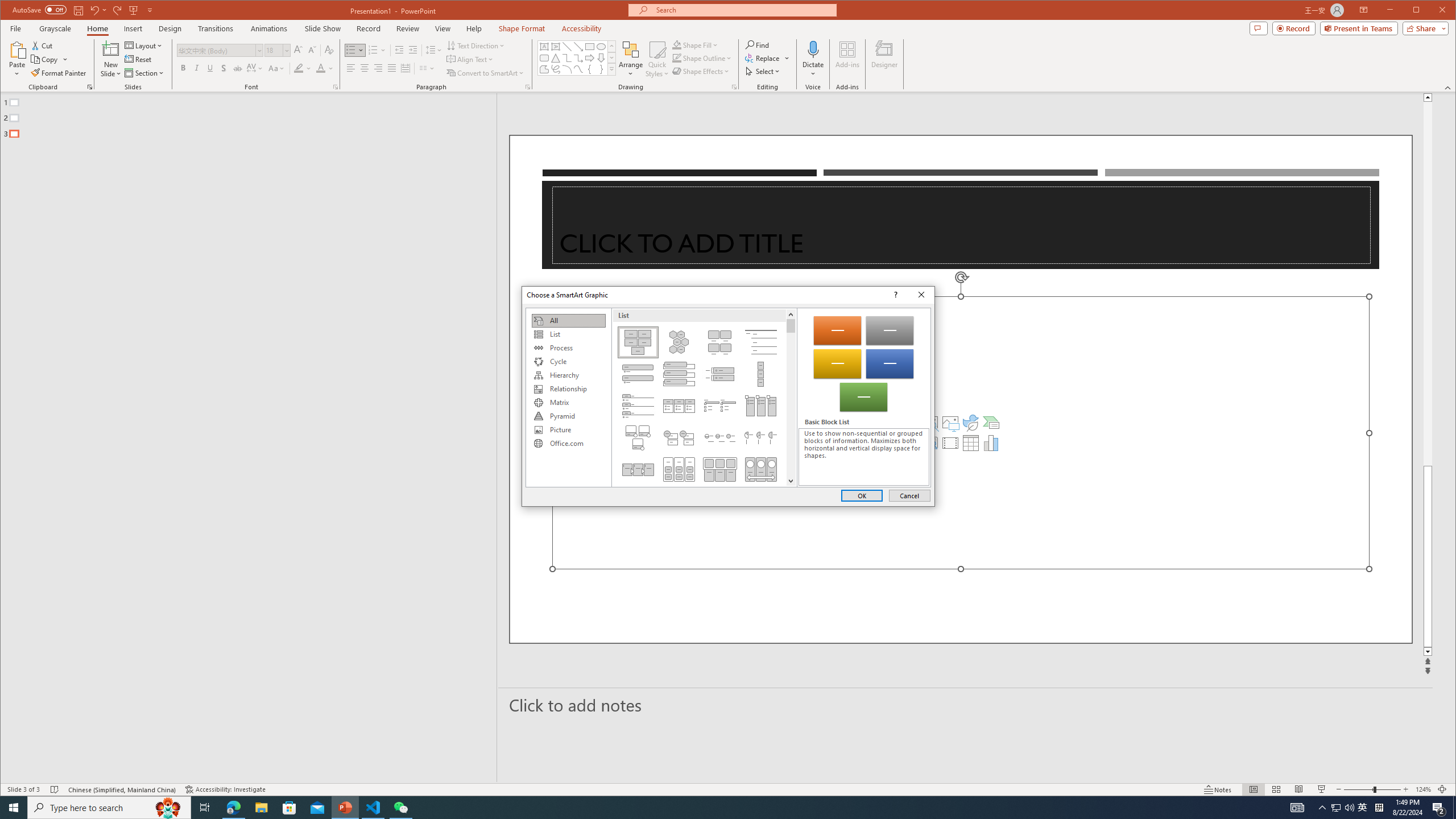 This screenshot has width=1456, height=819. What do you see at coordinates (812, 59) in the screenshot?
I see `'Dictate'` at bounding box center [812, 59].